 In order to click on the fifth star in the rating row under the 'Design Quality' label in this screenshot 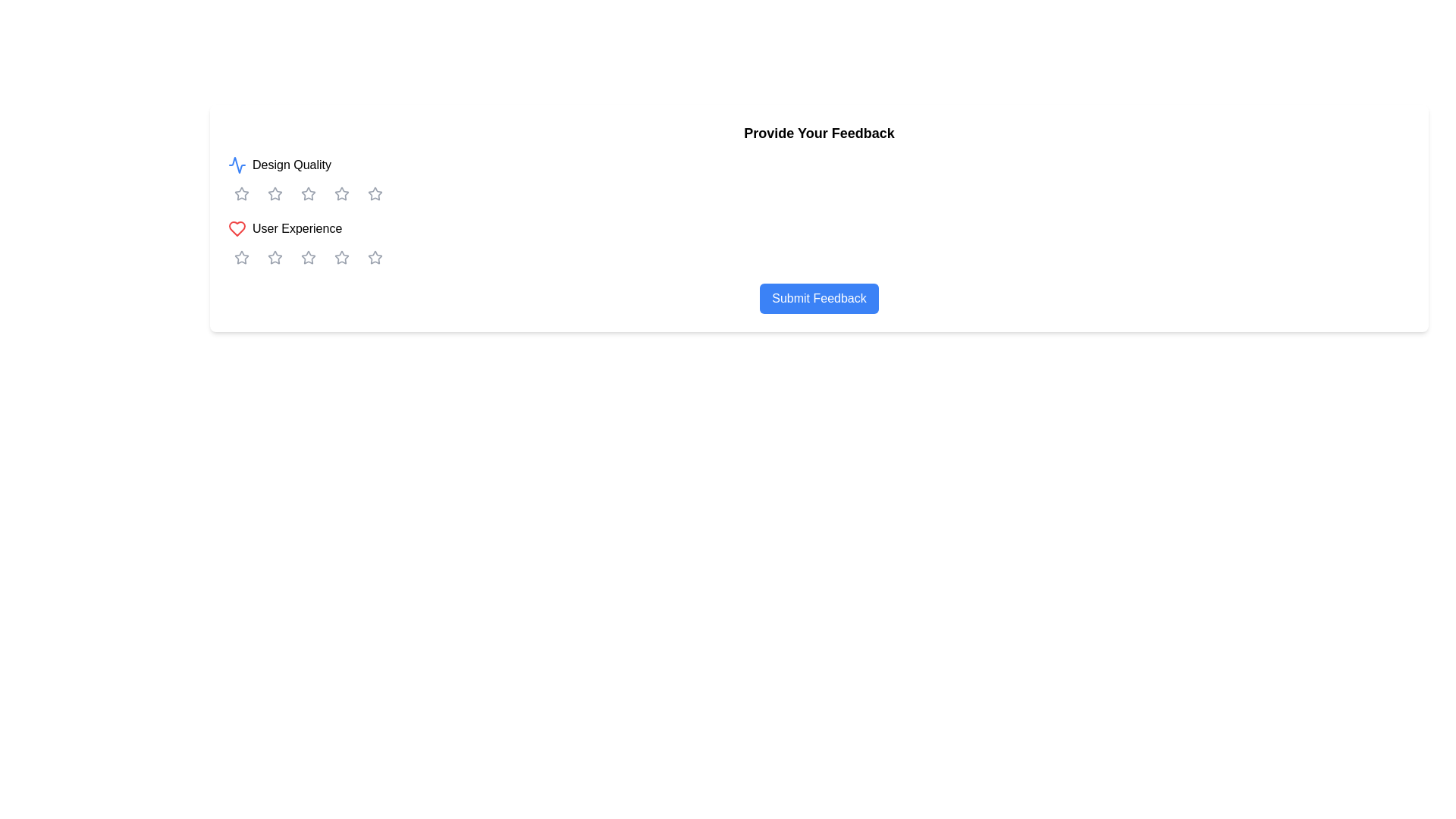, I will do `click(375, 193)`.